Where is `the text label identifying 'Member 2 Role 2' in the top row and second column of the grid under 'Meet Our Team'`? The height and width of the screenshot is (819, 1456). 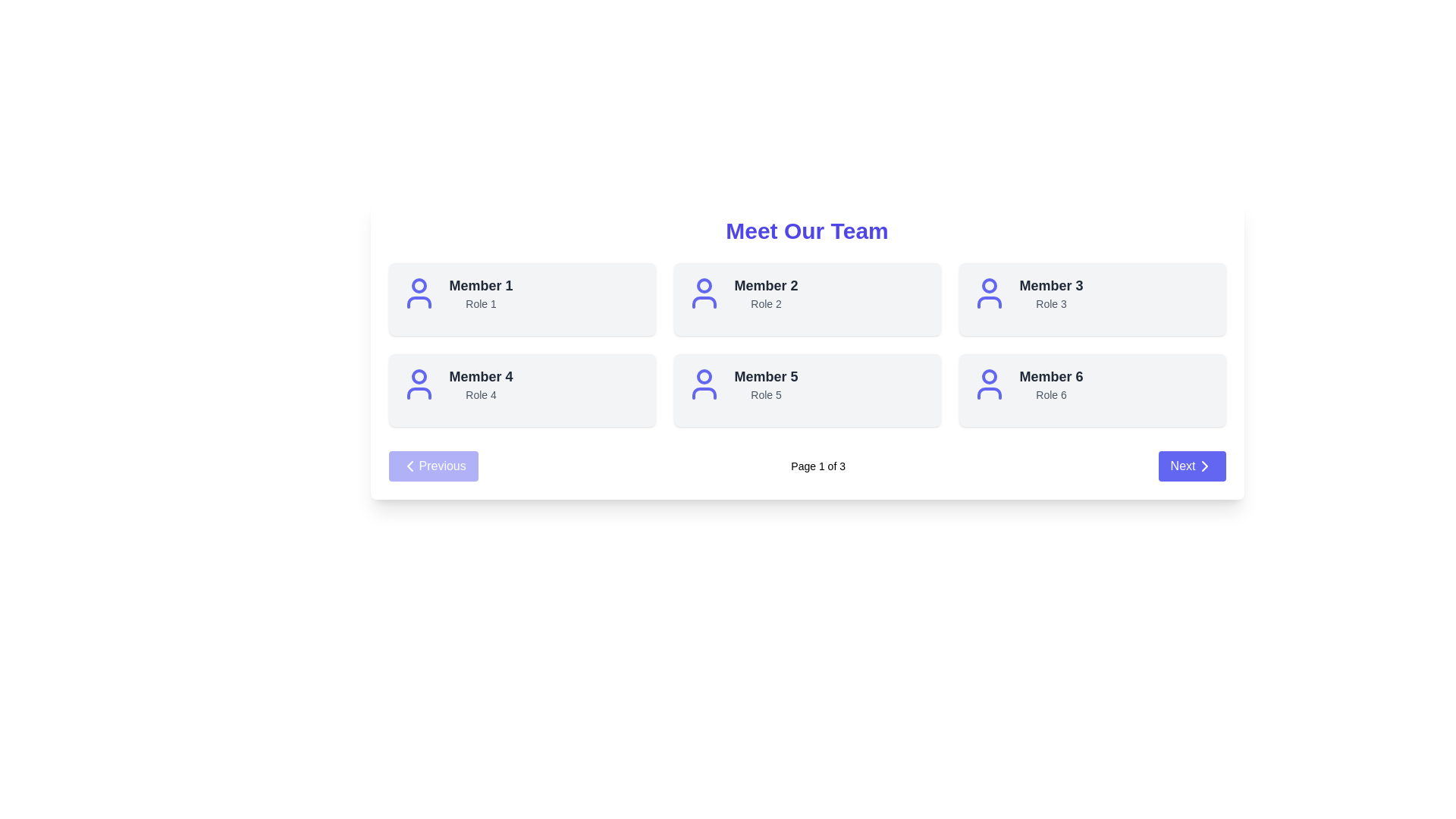 the text label identifying 'Member 2 Role 2' in the top row and second column of the grid under 'Meet Our Team' is located at coordinates (766, 286).